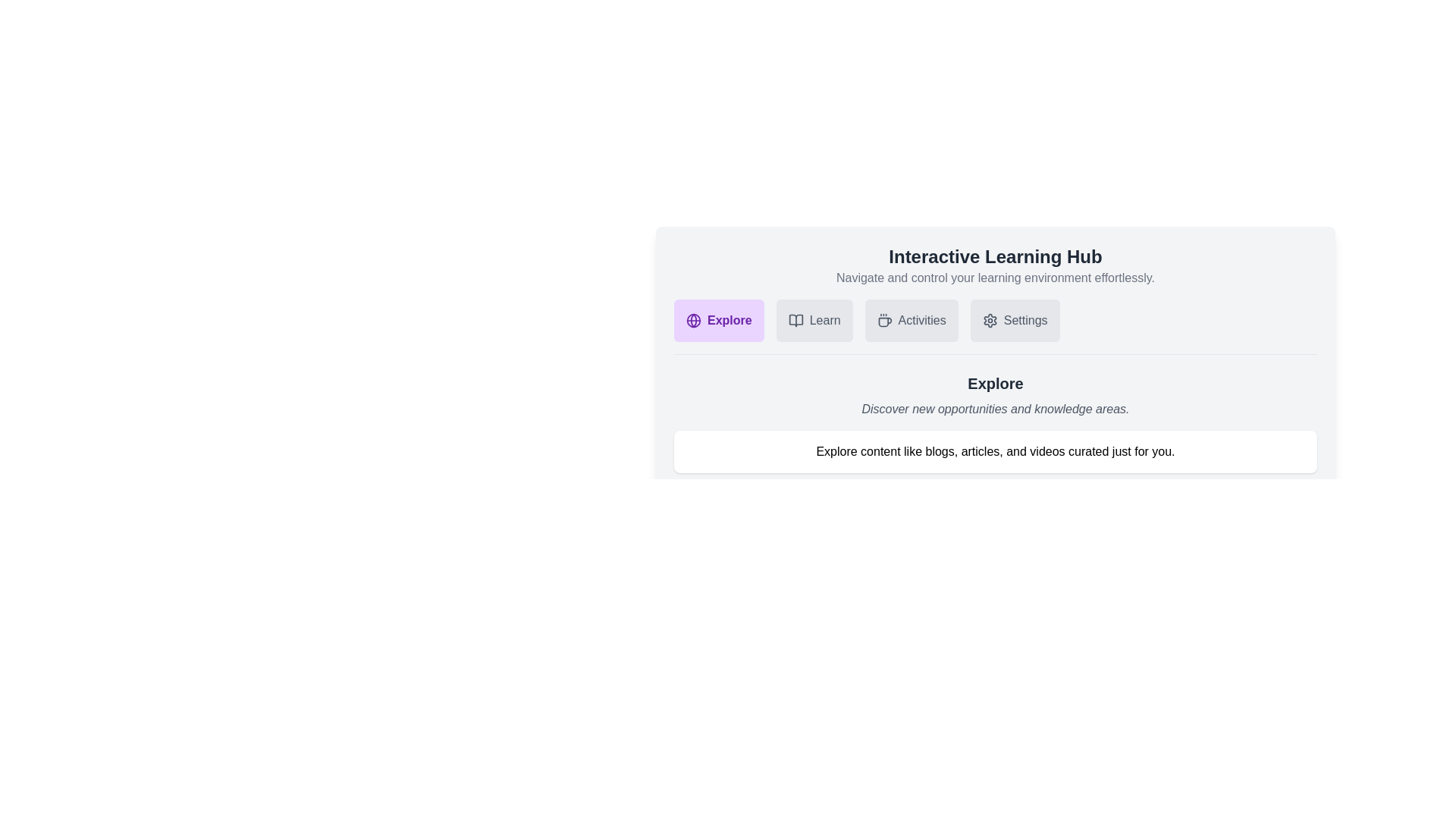  What do you see at coordinates (911, 320) in the screenshot?
I see `the 'Activities' button in the navigation bar to observe any visual feedback` at bounding box center [911, 320].